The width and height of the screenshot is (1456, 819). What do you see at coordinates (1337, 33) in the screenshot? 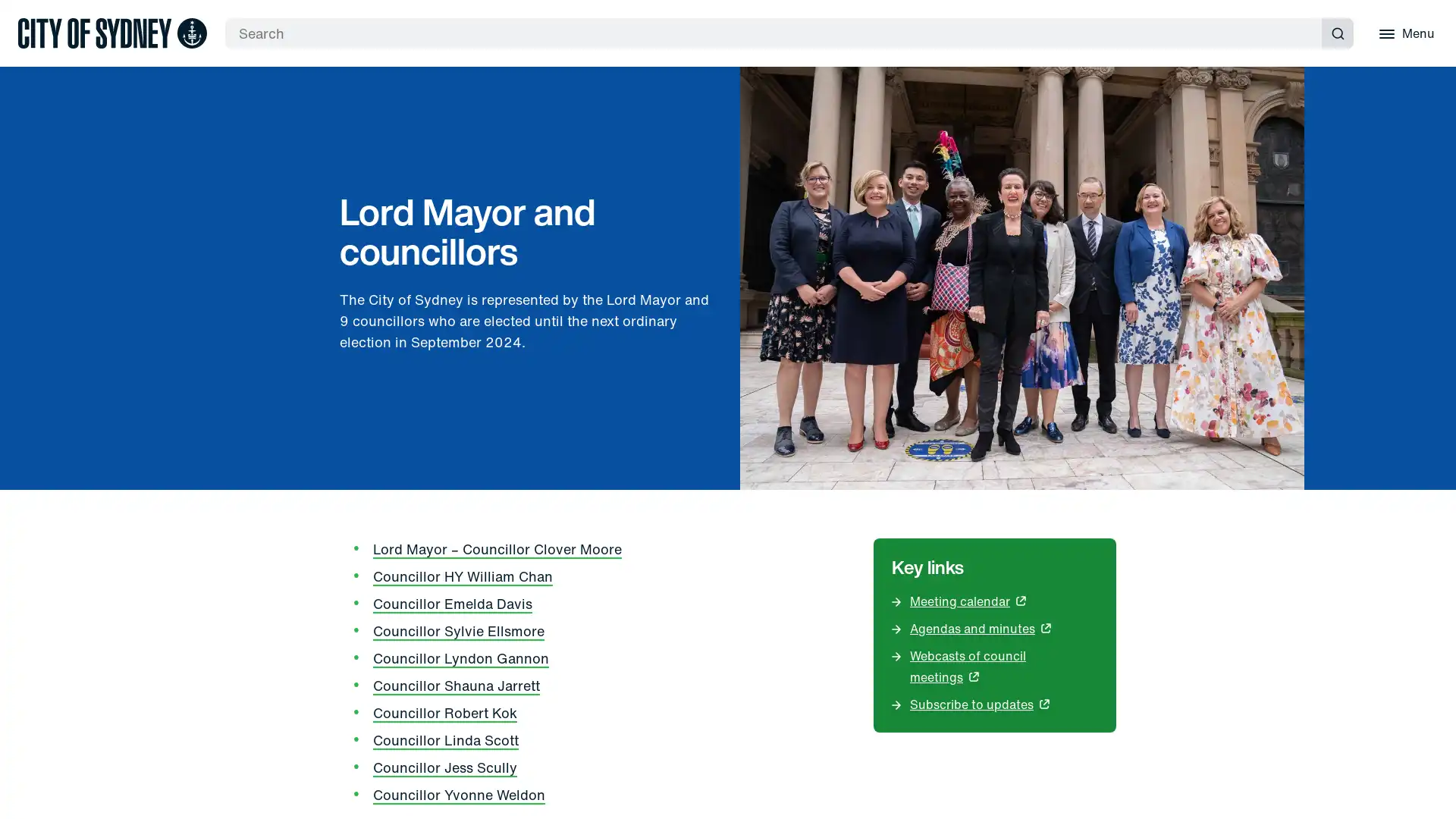
I see `Submit search` at bounding box center [1337, 33].